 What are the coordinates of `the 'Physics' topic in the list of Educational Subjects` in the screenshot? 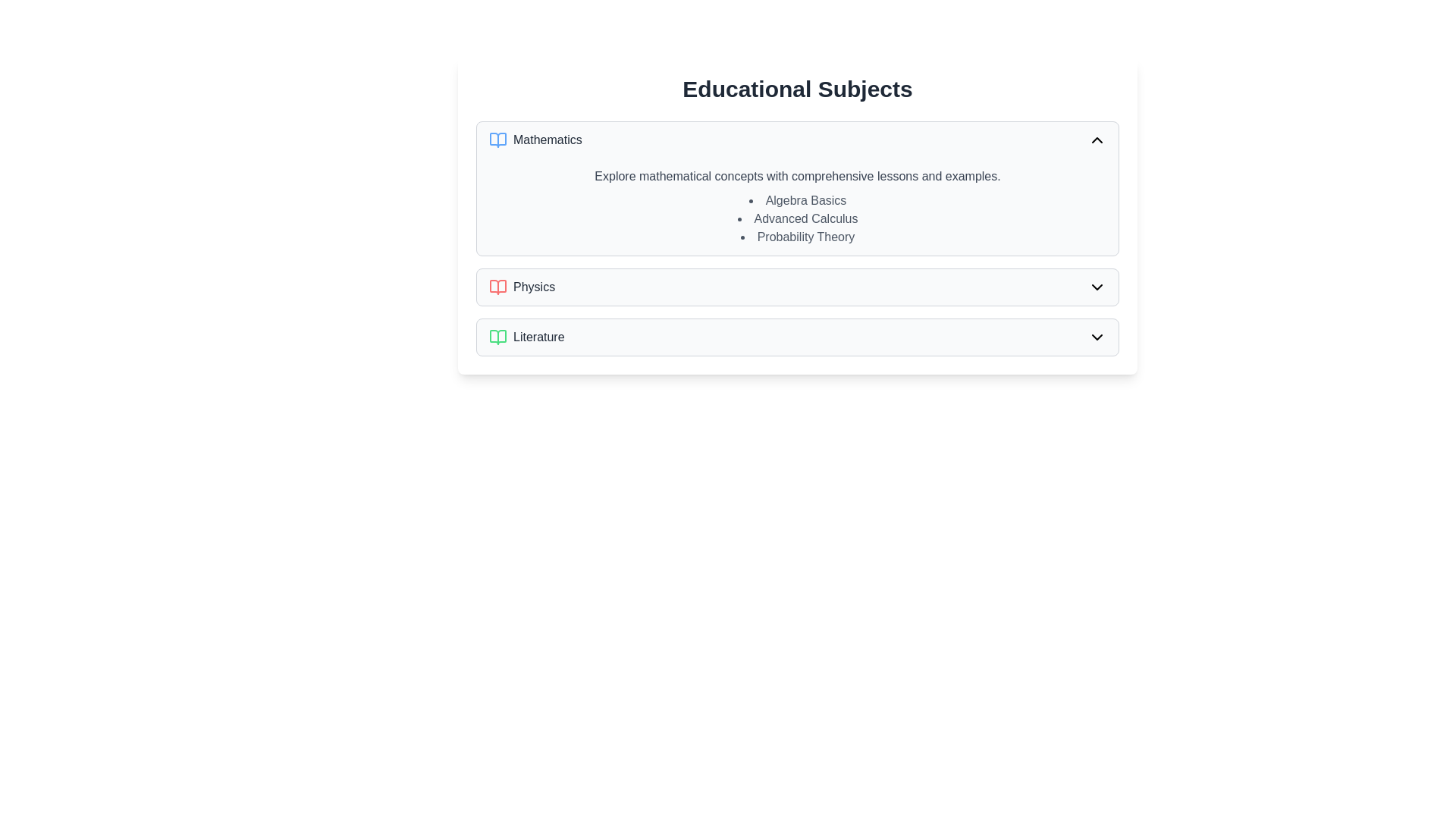 It's located at (522, 287).